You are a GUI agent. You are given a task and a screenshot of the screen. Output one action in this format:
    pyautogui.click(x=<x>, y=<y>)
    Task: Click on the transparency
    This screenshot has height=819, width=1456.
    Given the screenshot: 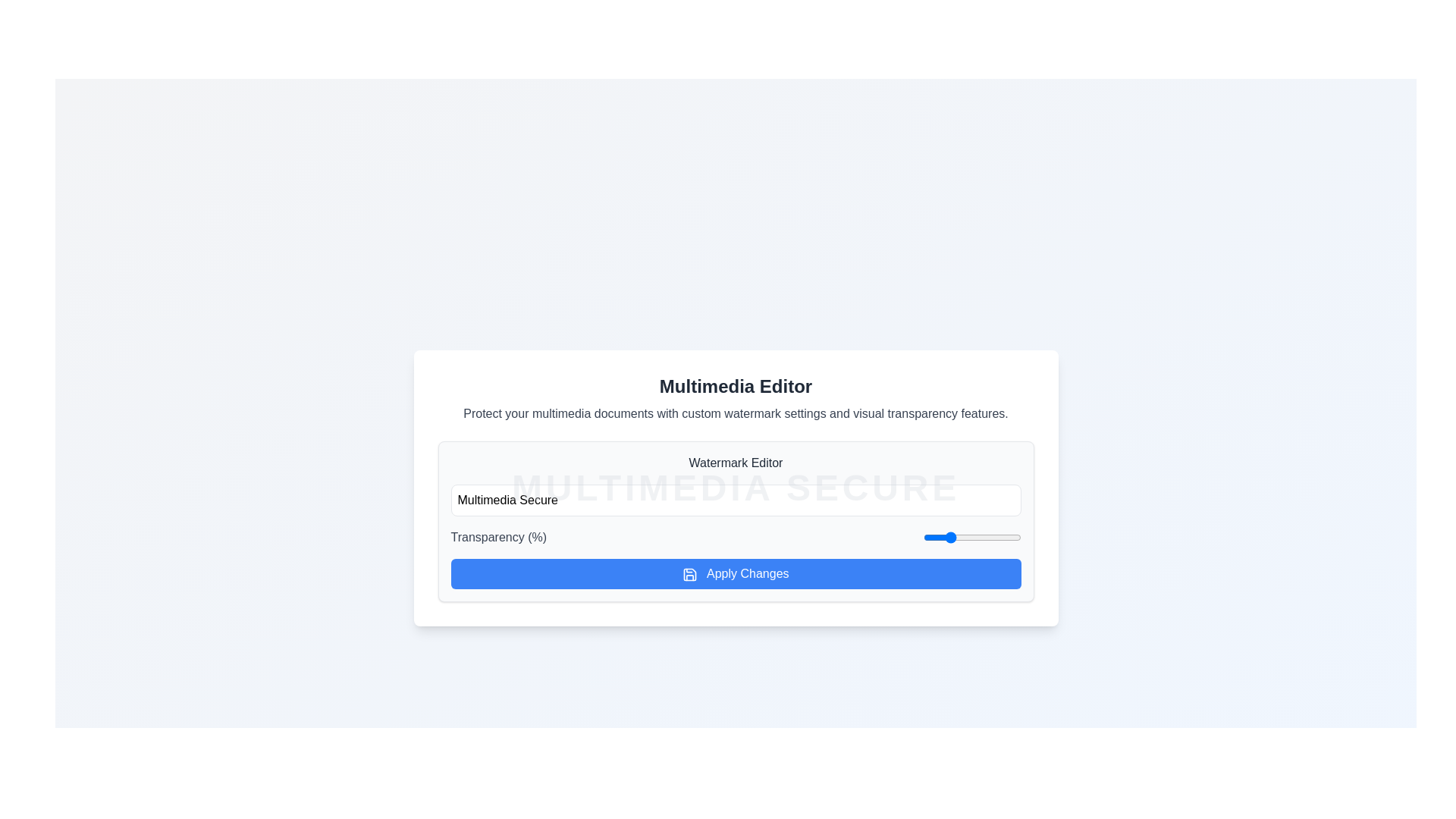 What is the action you would take?
    pyautogui.click(x=1017, y=537)
    